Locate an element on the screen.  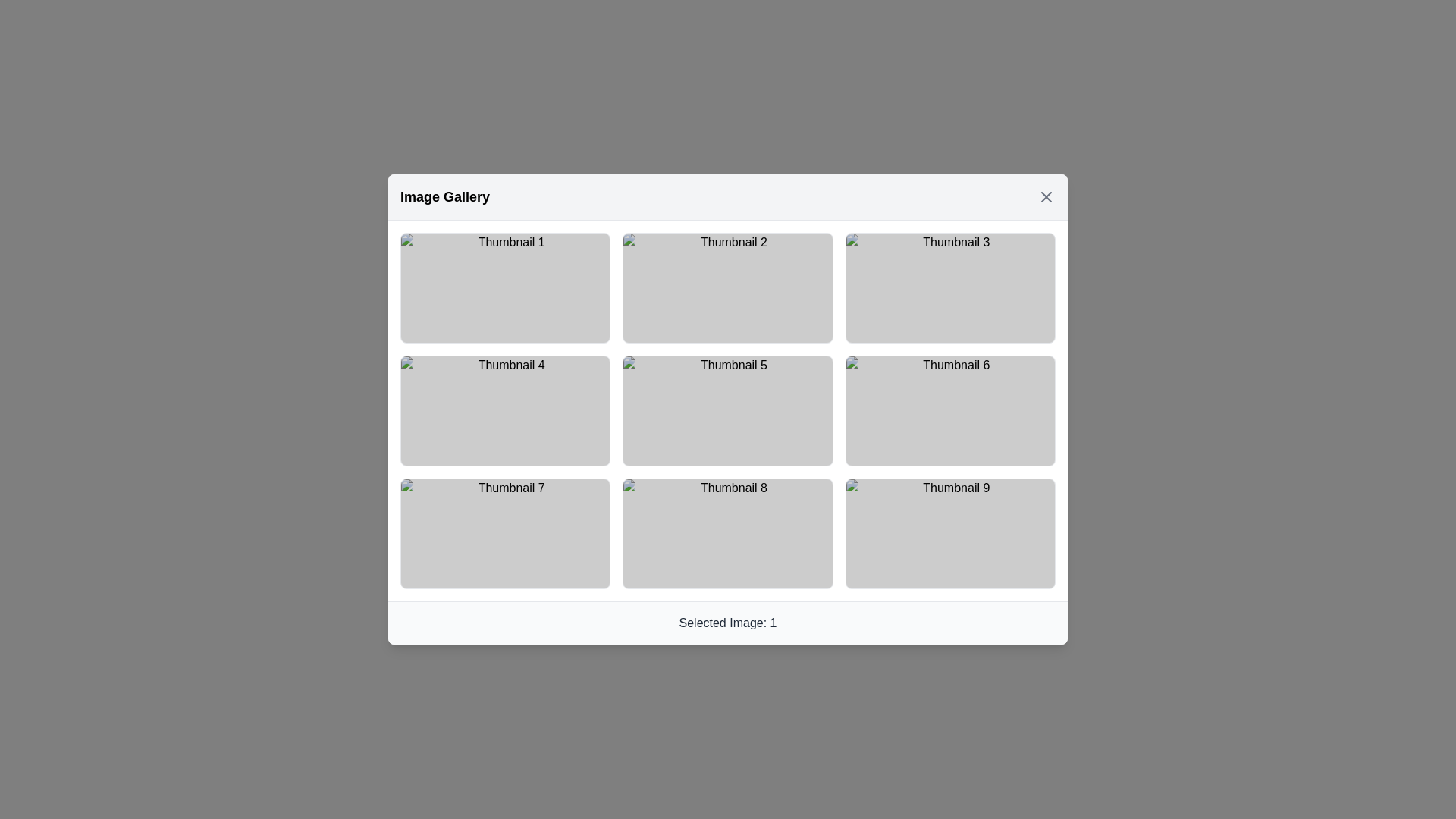
the transparent layered overlay that darkens upon hover, positioned over 'Thumbnail 8' in a 3x3 grid layout is located at coordinates (728, 533).